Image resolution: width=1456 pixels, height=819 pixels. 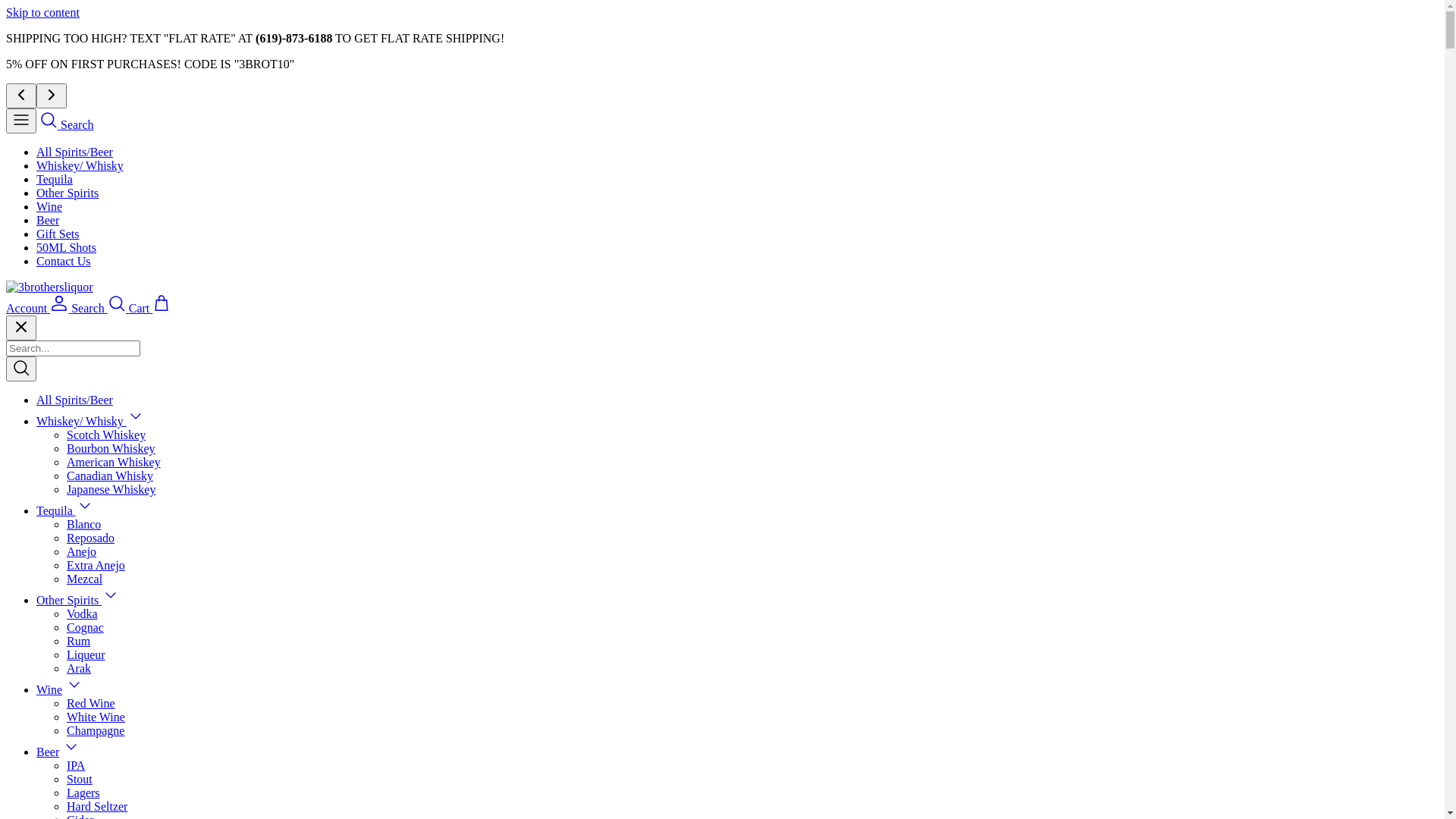 I want to click on 'Stout', so click(x=79, y=779).